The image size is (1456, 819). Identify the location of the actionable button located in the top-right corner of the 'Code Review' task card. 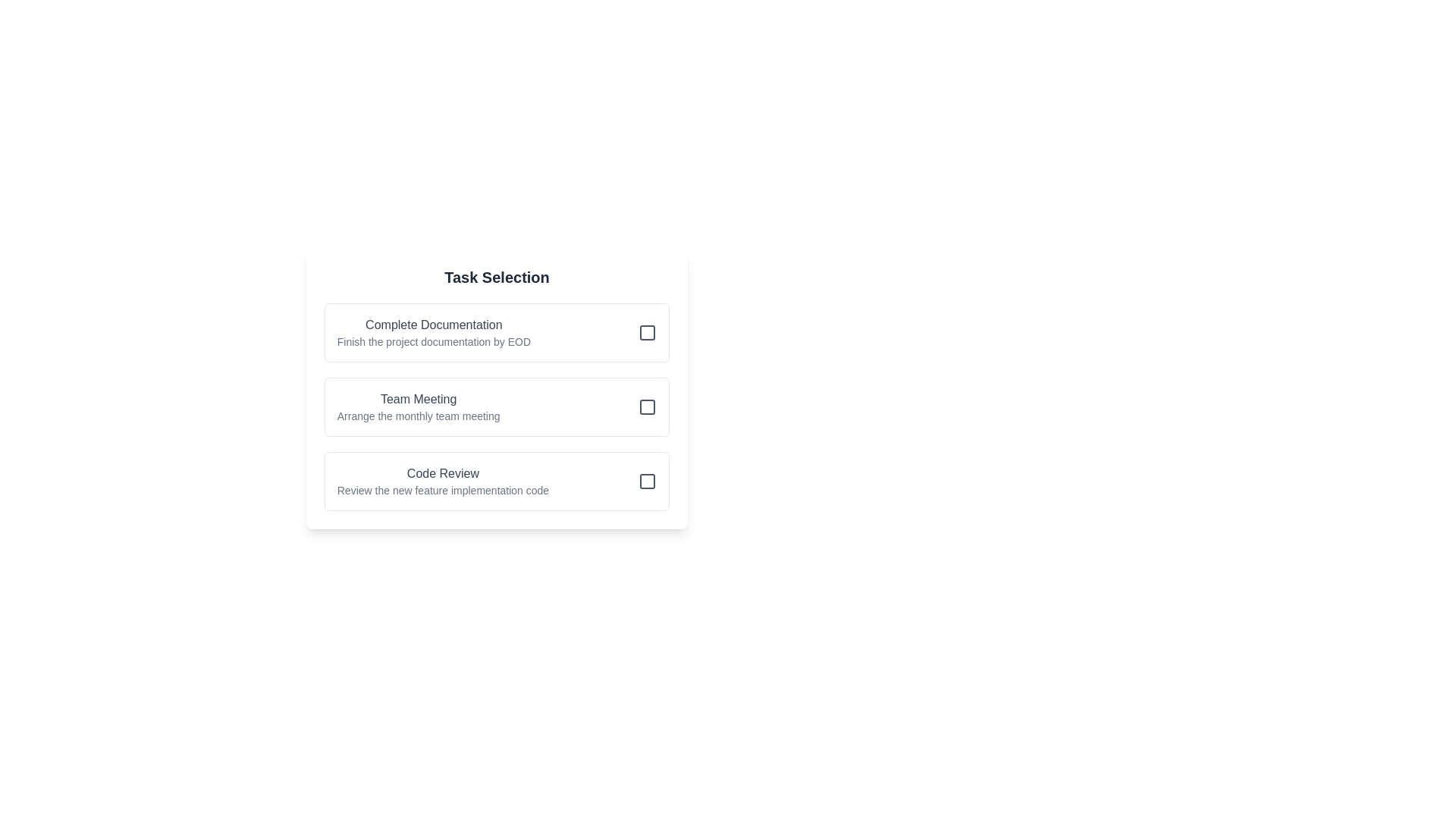
(648, 482).